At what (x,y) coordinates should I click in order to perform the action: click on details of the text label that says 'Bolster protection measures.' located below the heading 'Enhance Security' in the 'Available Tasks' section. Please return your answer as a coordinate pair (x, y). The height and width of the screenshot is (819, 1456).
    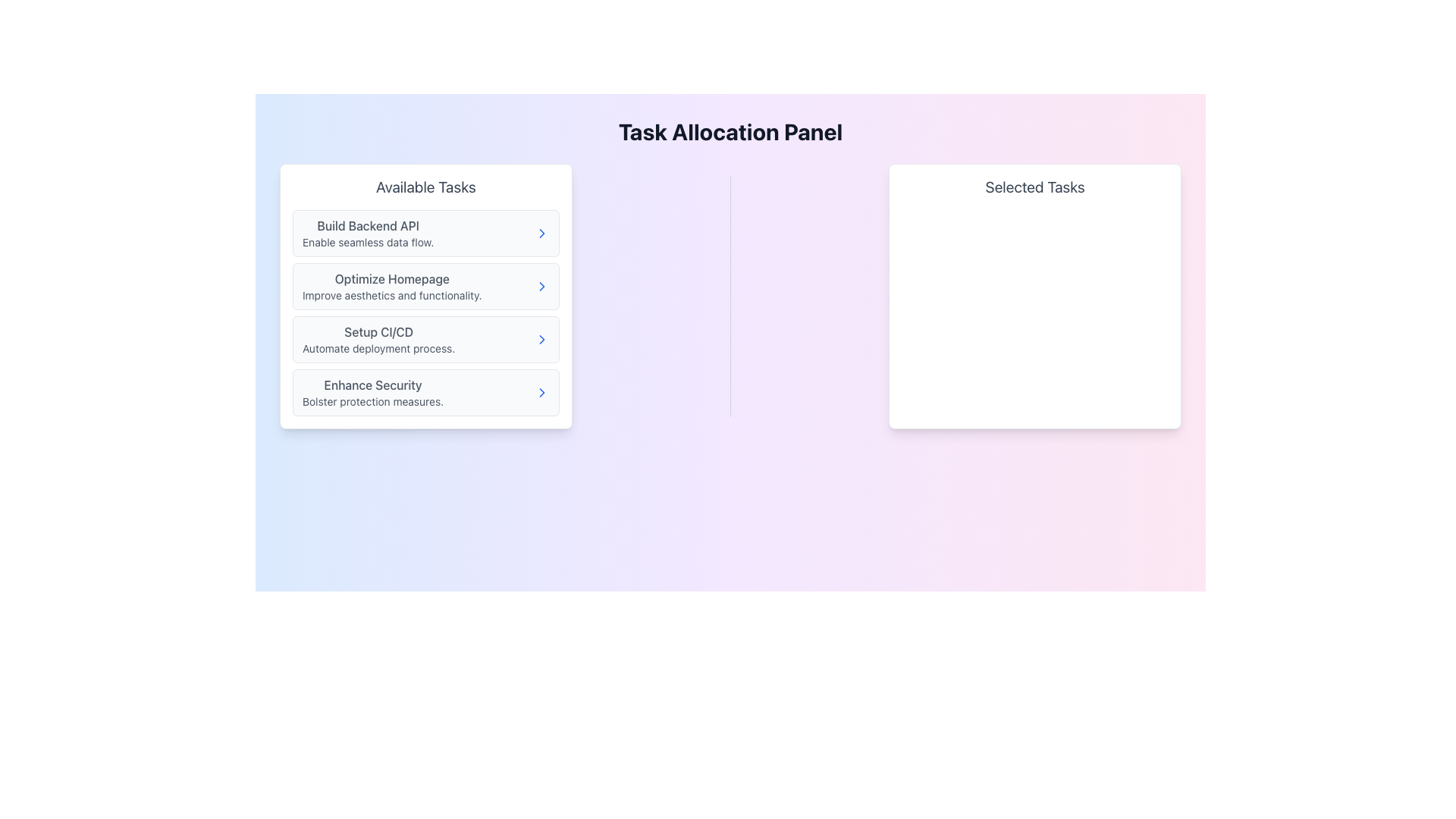
    Looking at the image, I should click on (373, 400).